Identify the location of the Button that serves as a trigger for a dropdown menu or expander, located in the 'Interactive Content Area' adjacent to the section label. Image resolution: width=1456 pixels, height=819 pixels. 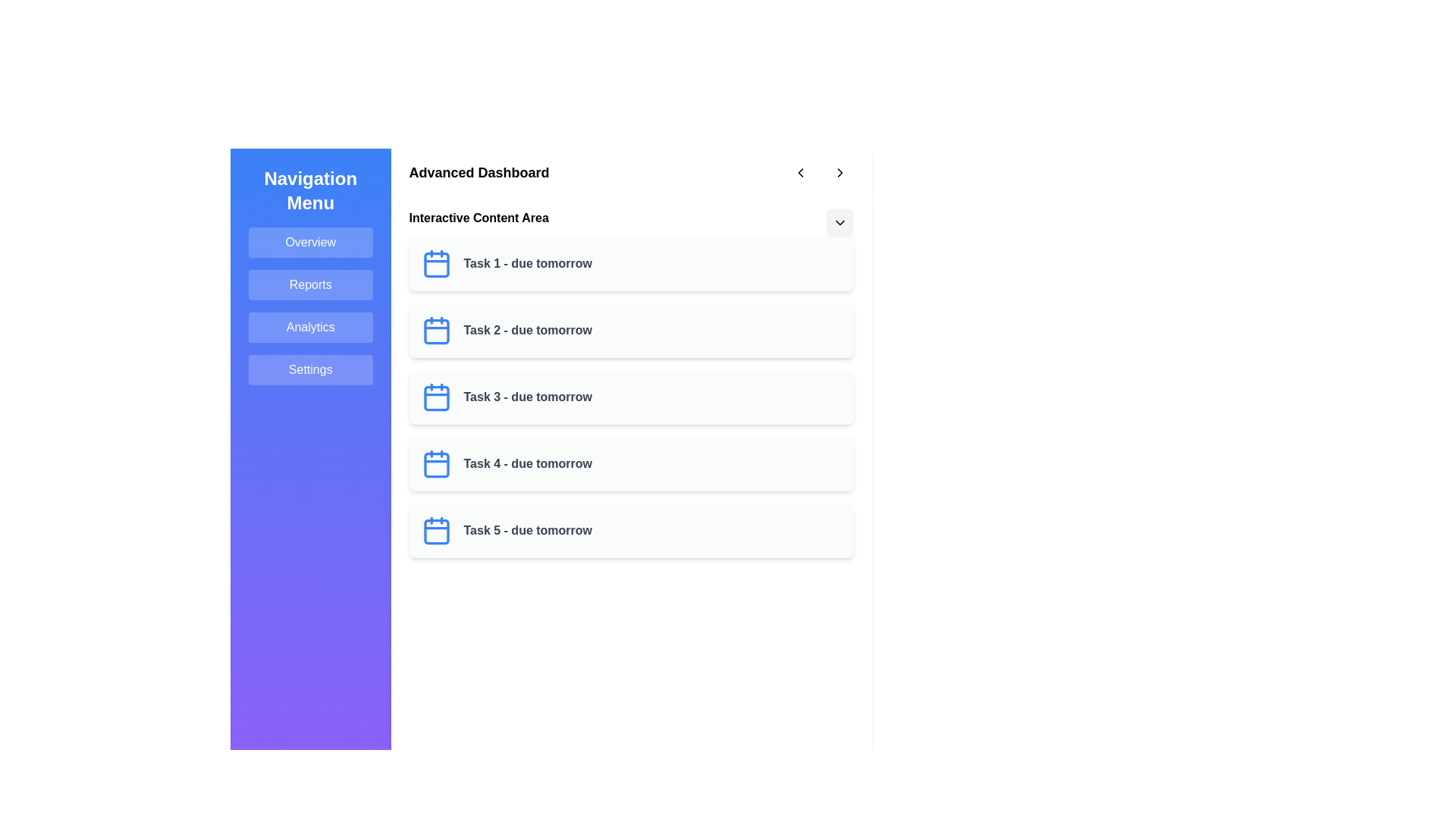
(839, 222).